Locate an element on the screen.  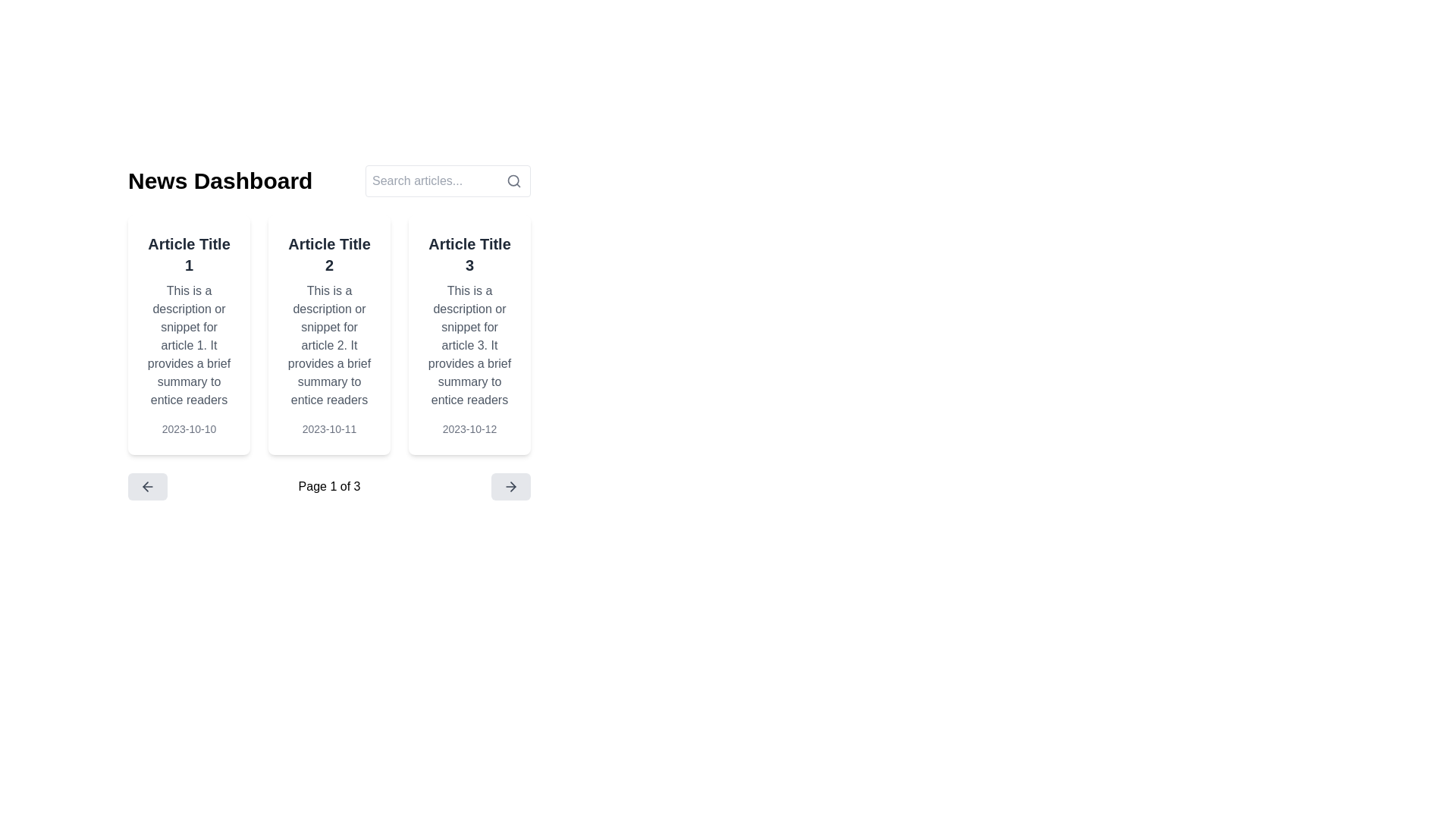
text element displaying the date '2023-10-12', which is styled in a smaller gray font and located at the bottom of the third card in the 'News Dashboard' section is located at coordinates (469, 429).